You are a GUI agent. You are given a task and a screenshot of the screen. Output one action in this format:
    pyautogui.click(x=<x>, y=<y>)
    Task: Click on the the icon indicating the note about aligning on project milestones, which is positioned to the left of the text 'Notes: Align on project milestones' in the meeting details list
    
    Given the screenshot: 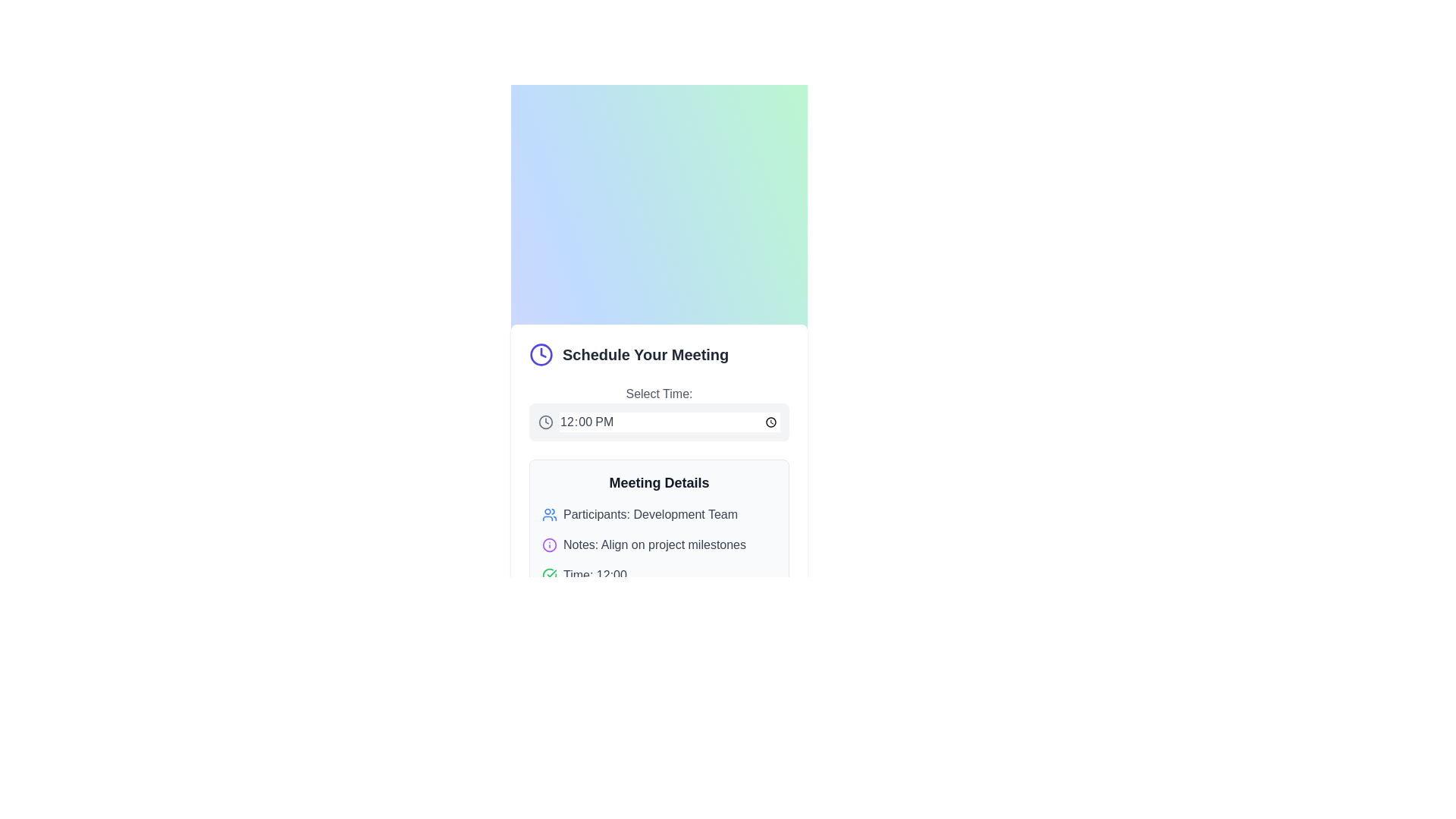 What is the action you would take?
    pyautogui.click(x=548, y=544)
    